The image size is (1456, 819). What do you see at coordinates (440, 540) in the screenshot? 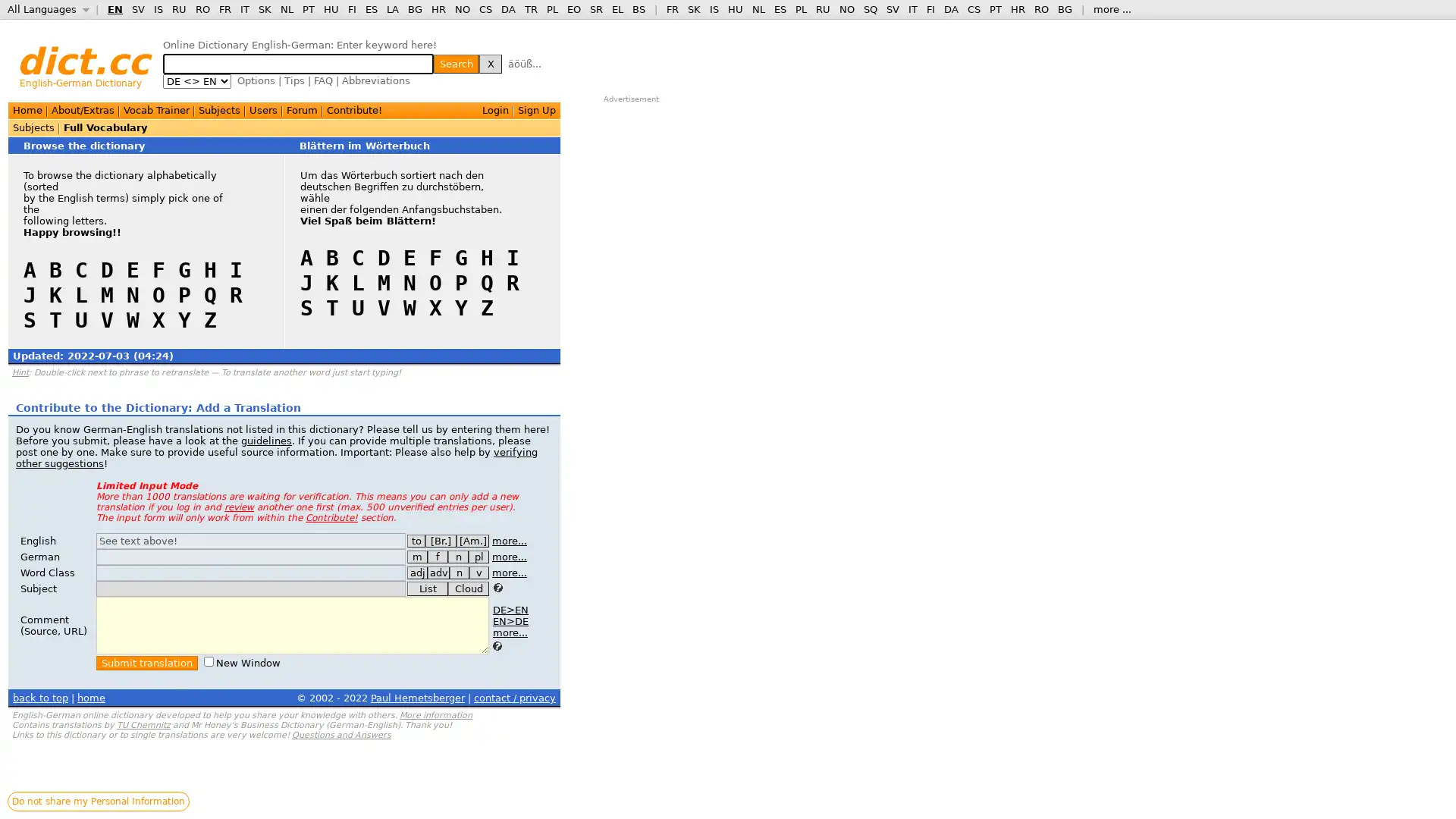
I see `[Br.]` at bounding box center [440, 540].